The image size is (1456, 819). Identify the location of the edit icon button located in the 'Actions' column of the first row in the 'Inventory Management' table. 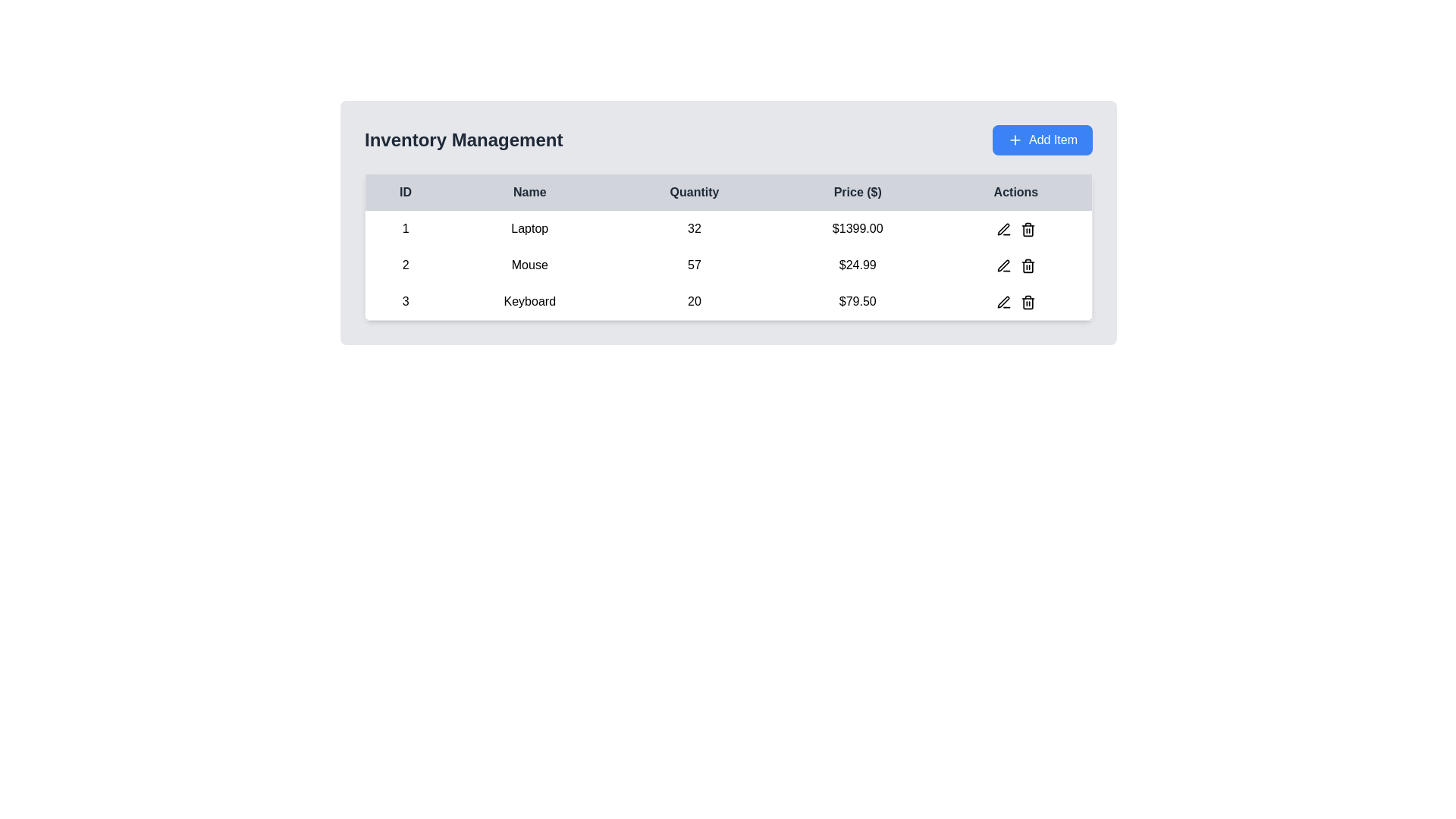
(1003, 229).